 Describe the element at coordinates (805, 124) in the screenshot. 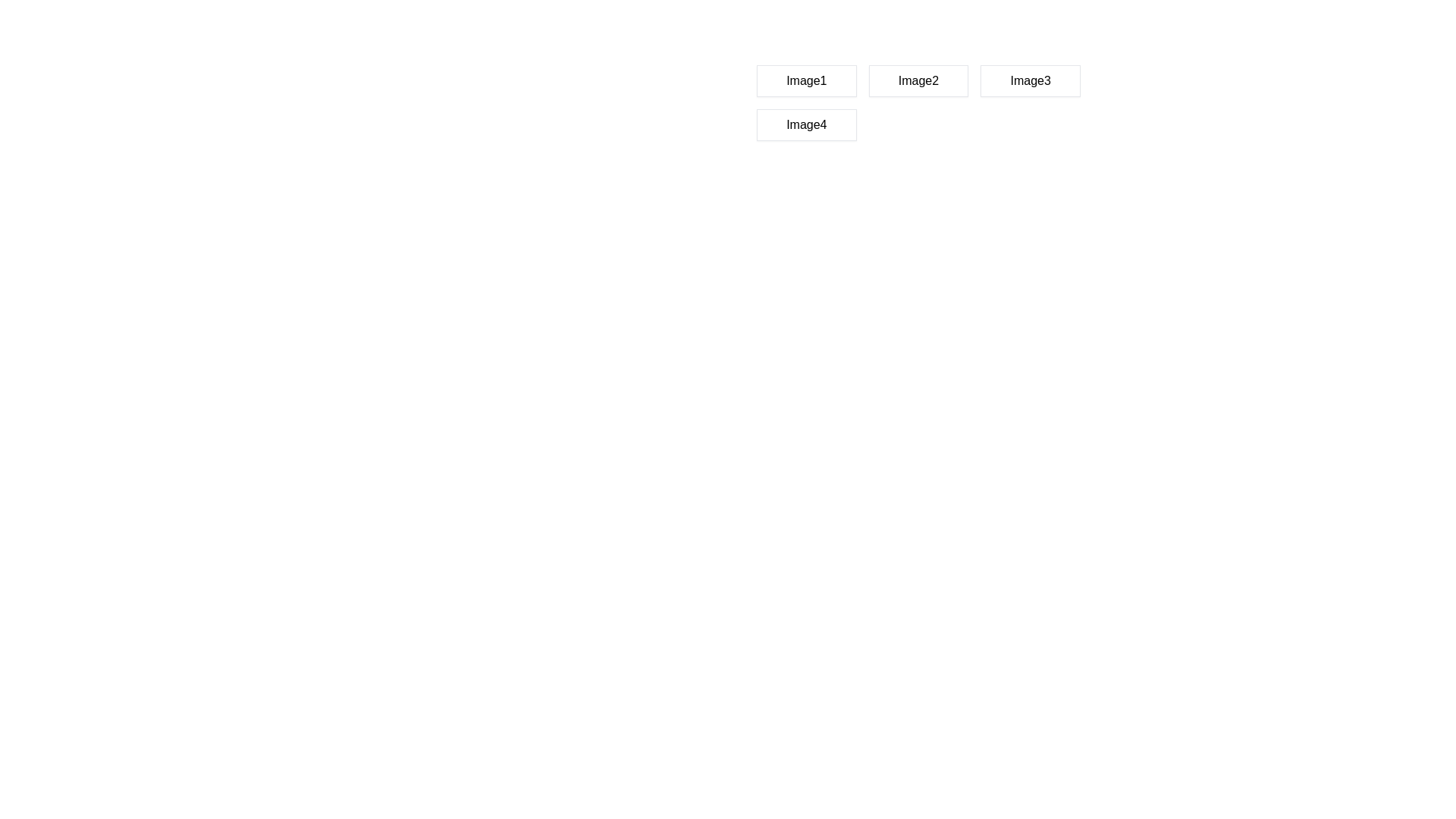

I see `the button labeled 'Image4' located` at that location.